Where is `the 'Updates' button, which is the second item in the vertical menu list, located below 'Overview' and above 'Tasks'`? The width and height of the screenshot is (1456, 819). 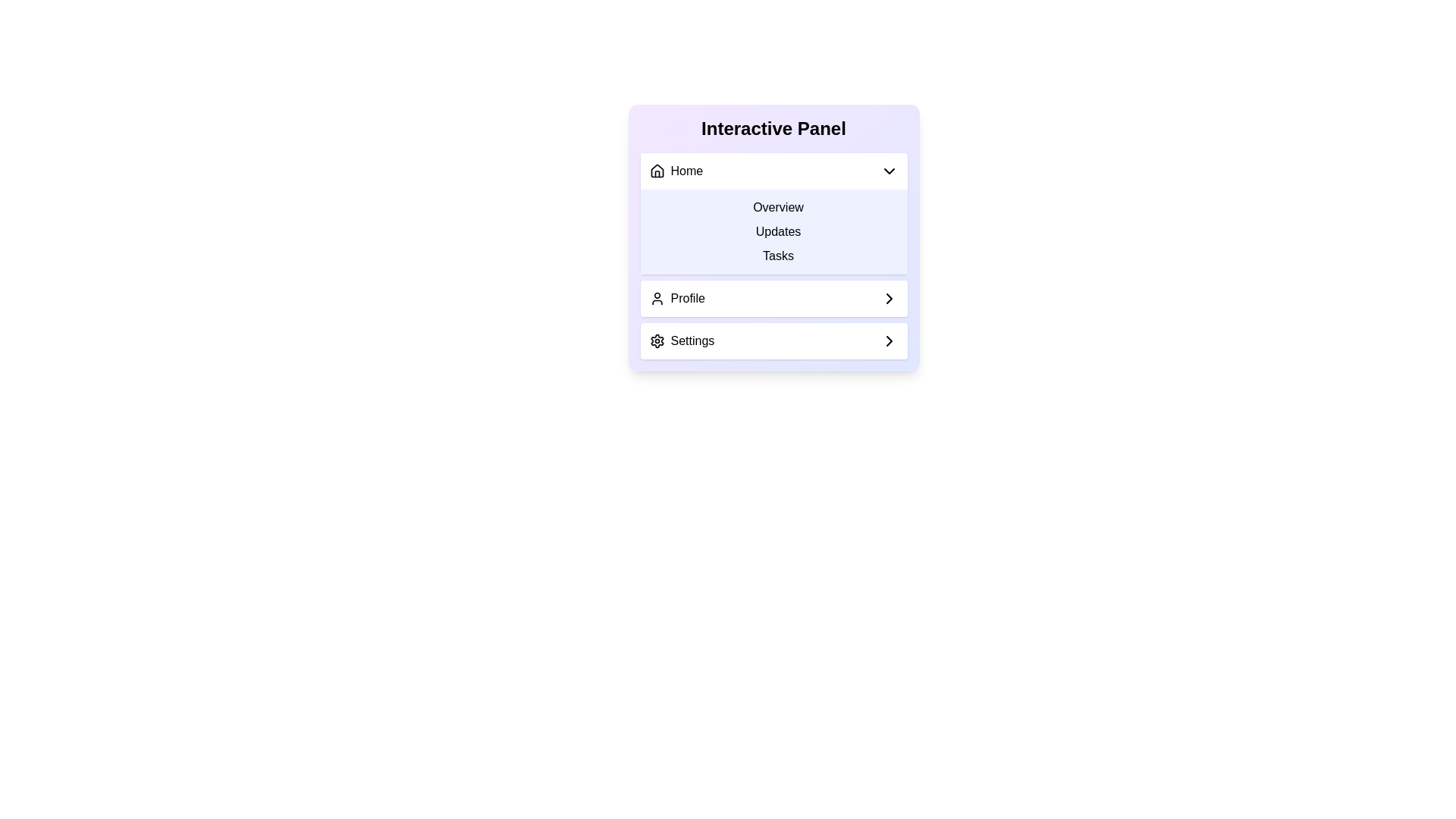 the 'Updates' button, which is the second item in the vertical menu list, located below 'Overview' and above 'Tasks' is located at coordinates (778, 231).